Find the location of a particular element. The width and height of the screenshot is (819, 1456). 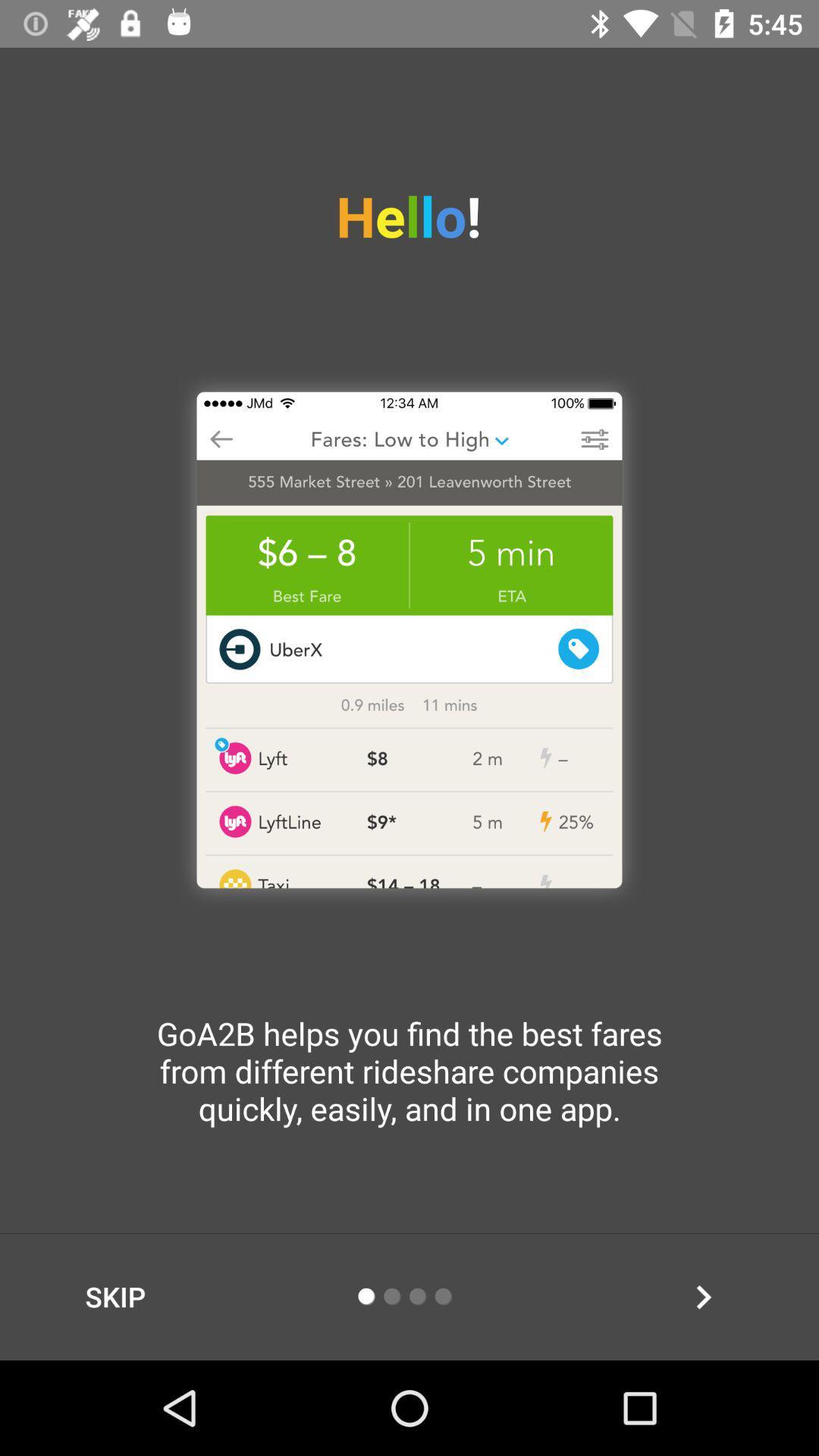

skip is located at coordinates (115, 1296).